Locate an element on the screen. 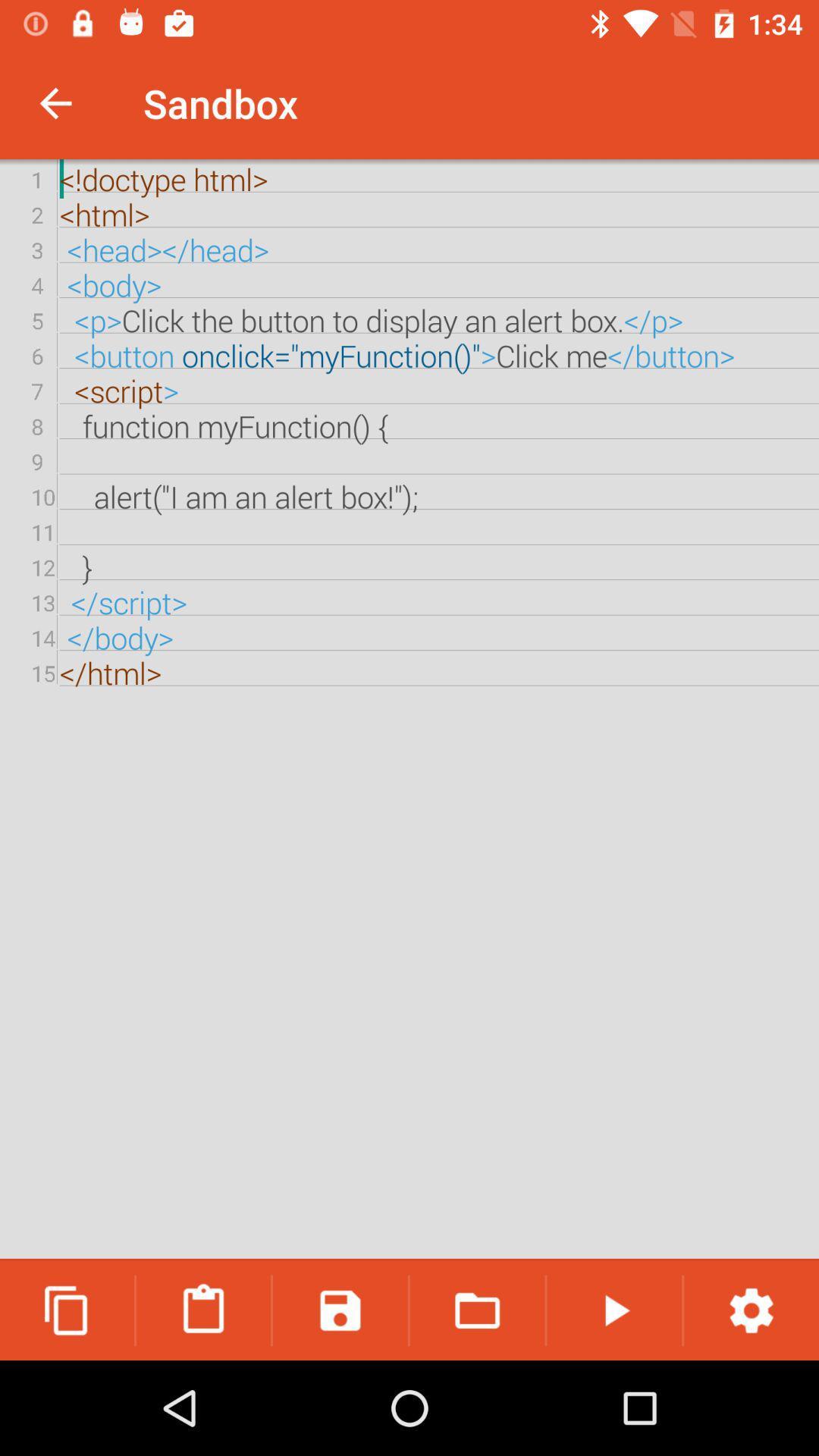 The width and height of the screenshot is (819, 1456). the settings icon is located at coordinates (752, 1310).